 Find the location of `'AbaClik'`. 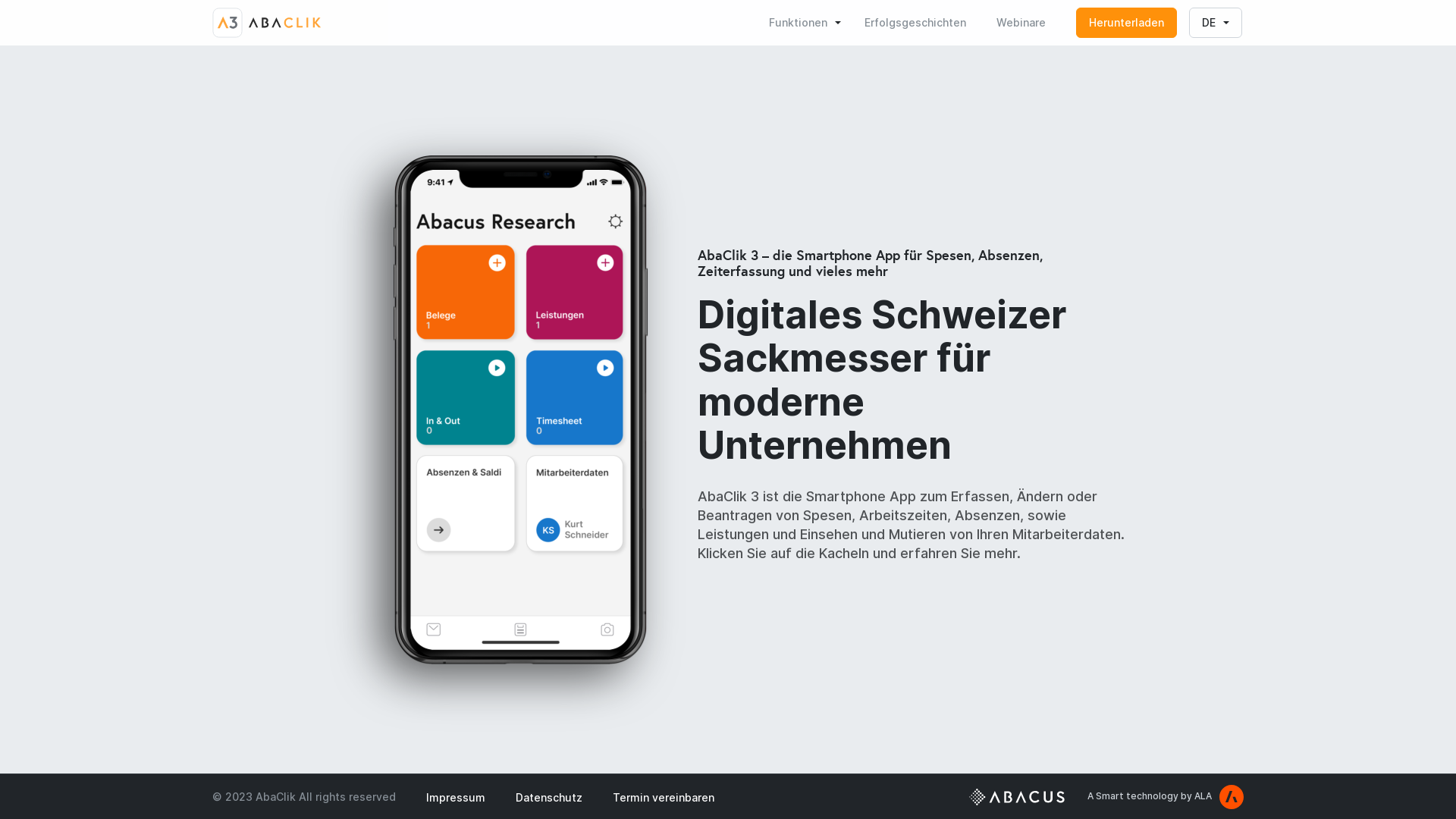

'AbaClik' is located at coordinates (266, 23).